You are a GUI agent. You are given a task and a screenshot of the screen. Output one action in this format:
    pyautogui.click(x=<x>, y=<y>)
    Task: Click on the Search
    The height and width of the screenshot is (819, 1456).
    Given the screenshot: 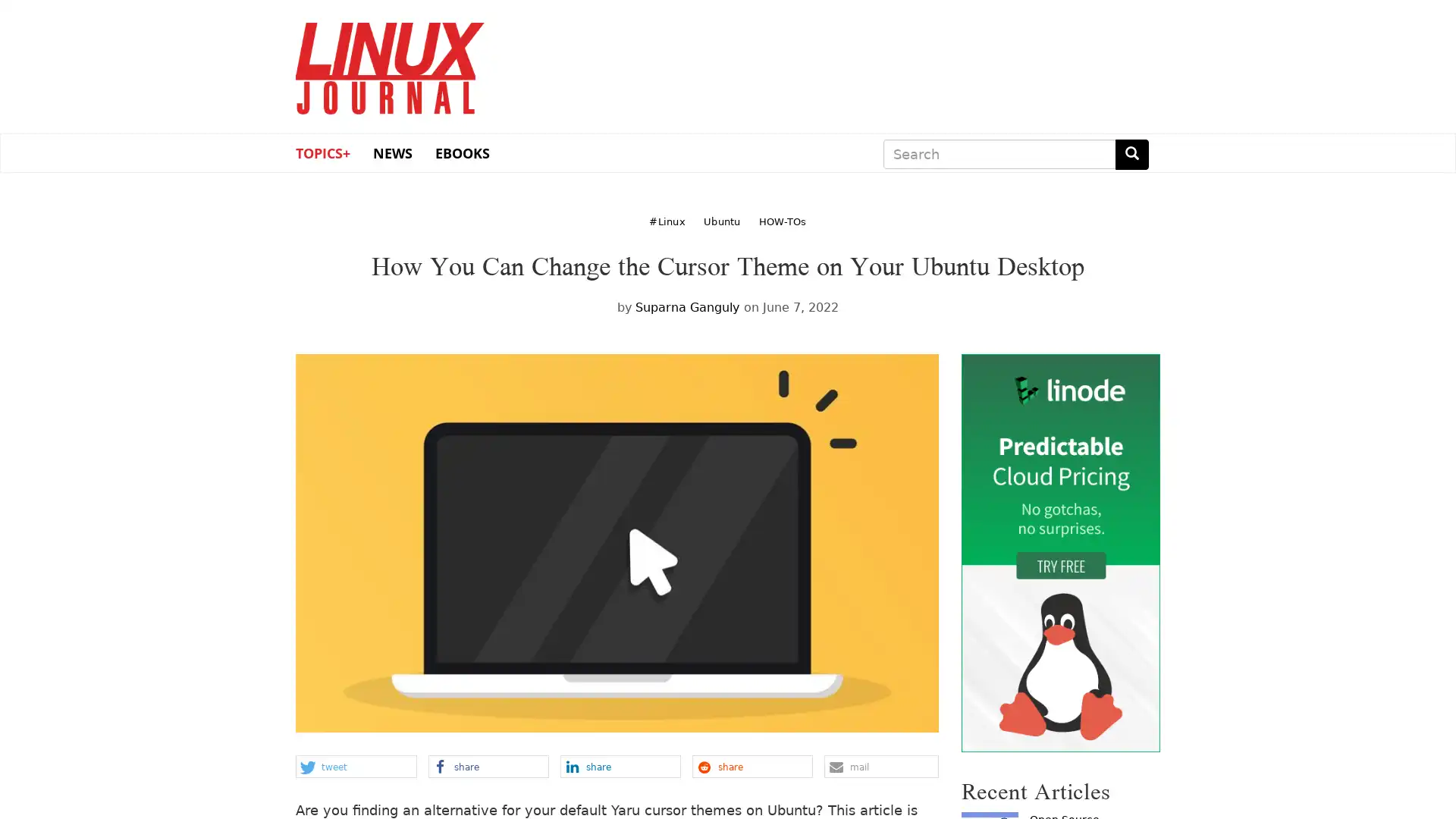 What is the action you would take?
    pyautogui.click(x=1131, y=154)
    